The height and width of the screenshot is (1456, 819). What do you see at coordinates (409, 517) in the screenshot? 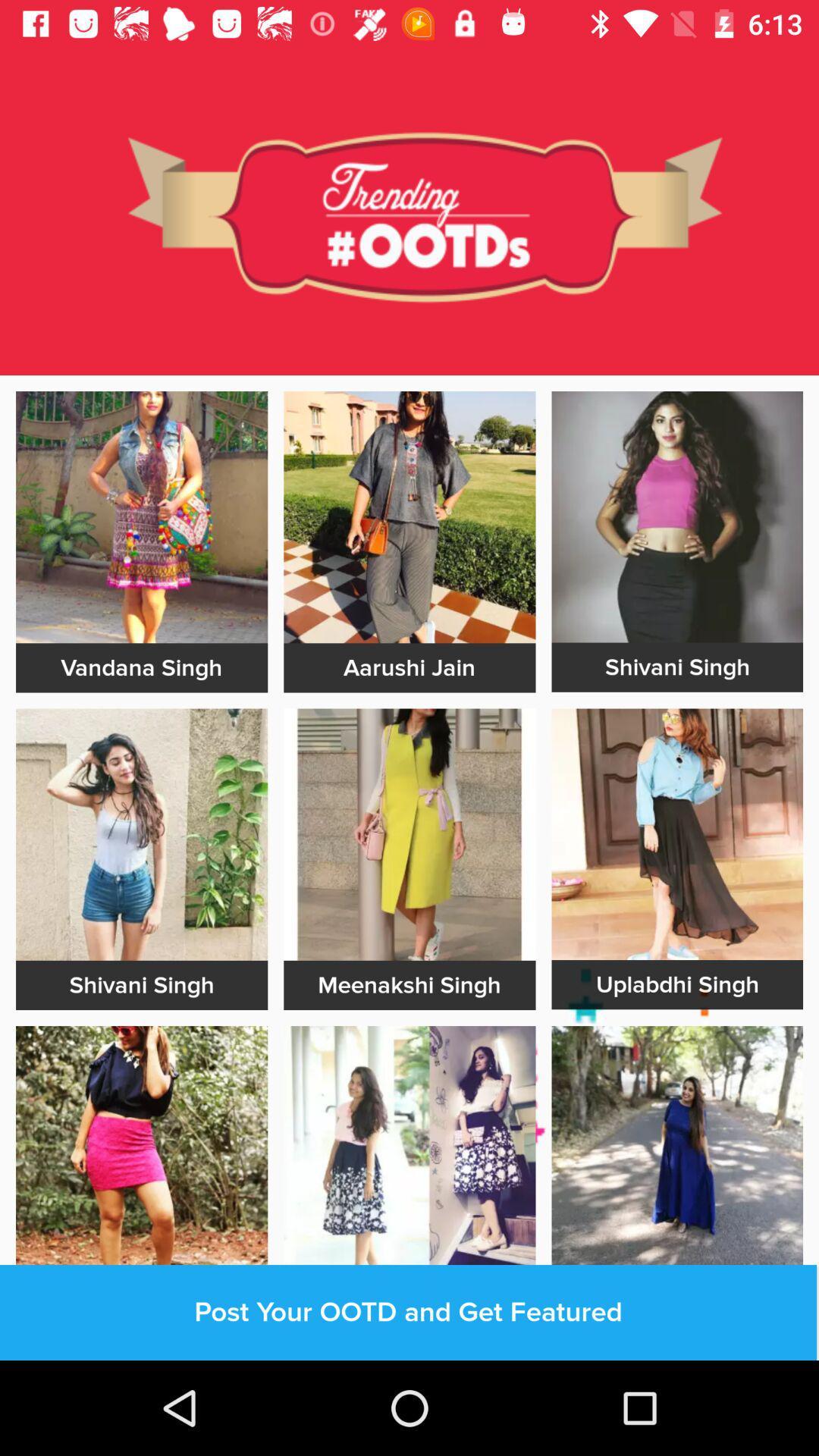
I see `advertisement page` at bounding box center [409, 517].